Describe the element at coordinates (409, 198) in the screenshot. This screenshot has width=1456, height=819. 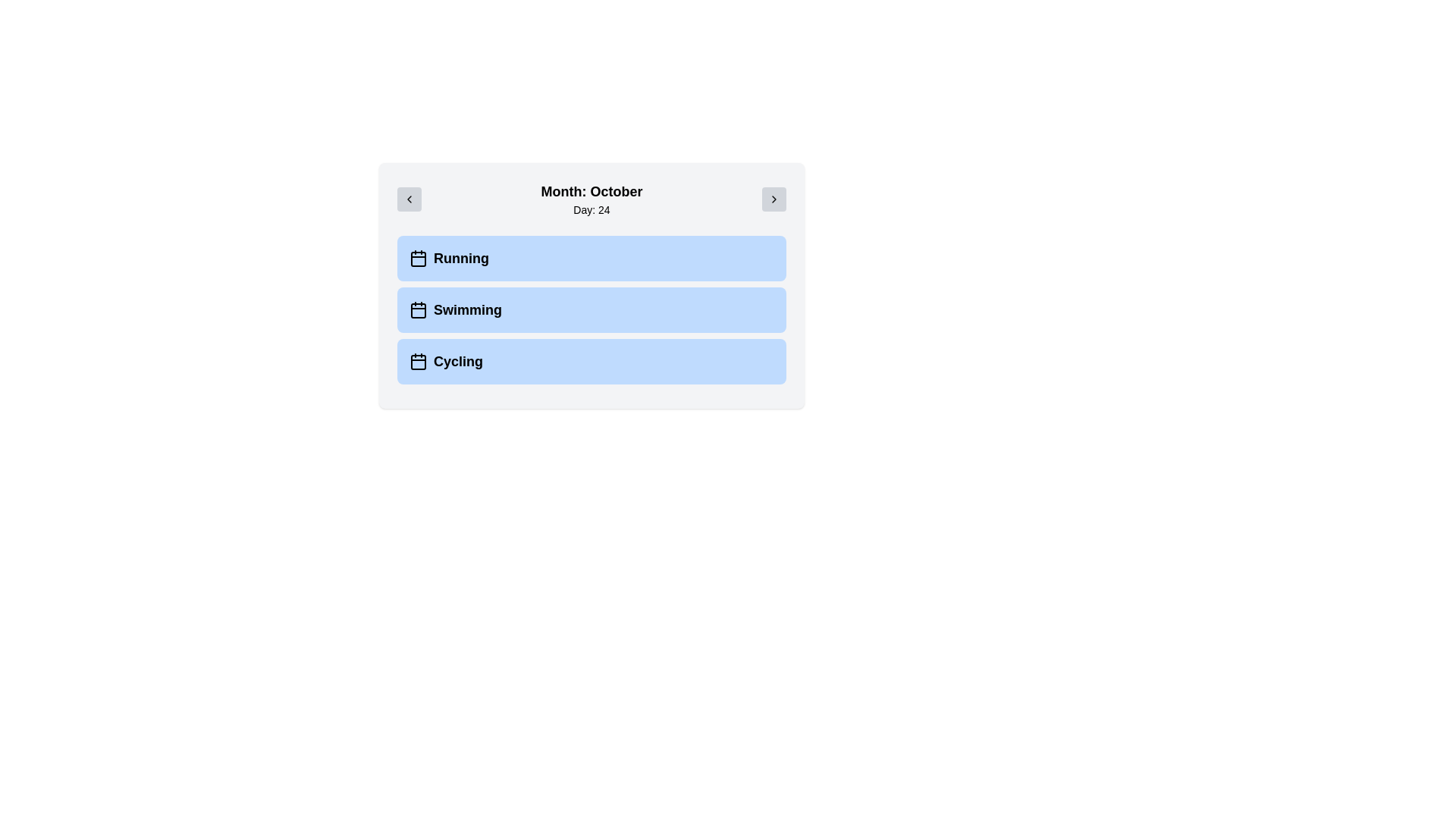
I see `the gray rounded button containing the left-pointing chevron arrow icon, which is located to the left of the 'Month: October' header` at that location.